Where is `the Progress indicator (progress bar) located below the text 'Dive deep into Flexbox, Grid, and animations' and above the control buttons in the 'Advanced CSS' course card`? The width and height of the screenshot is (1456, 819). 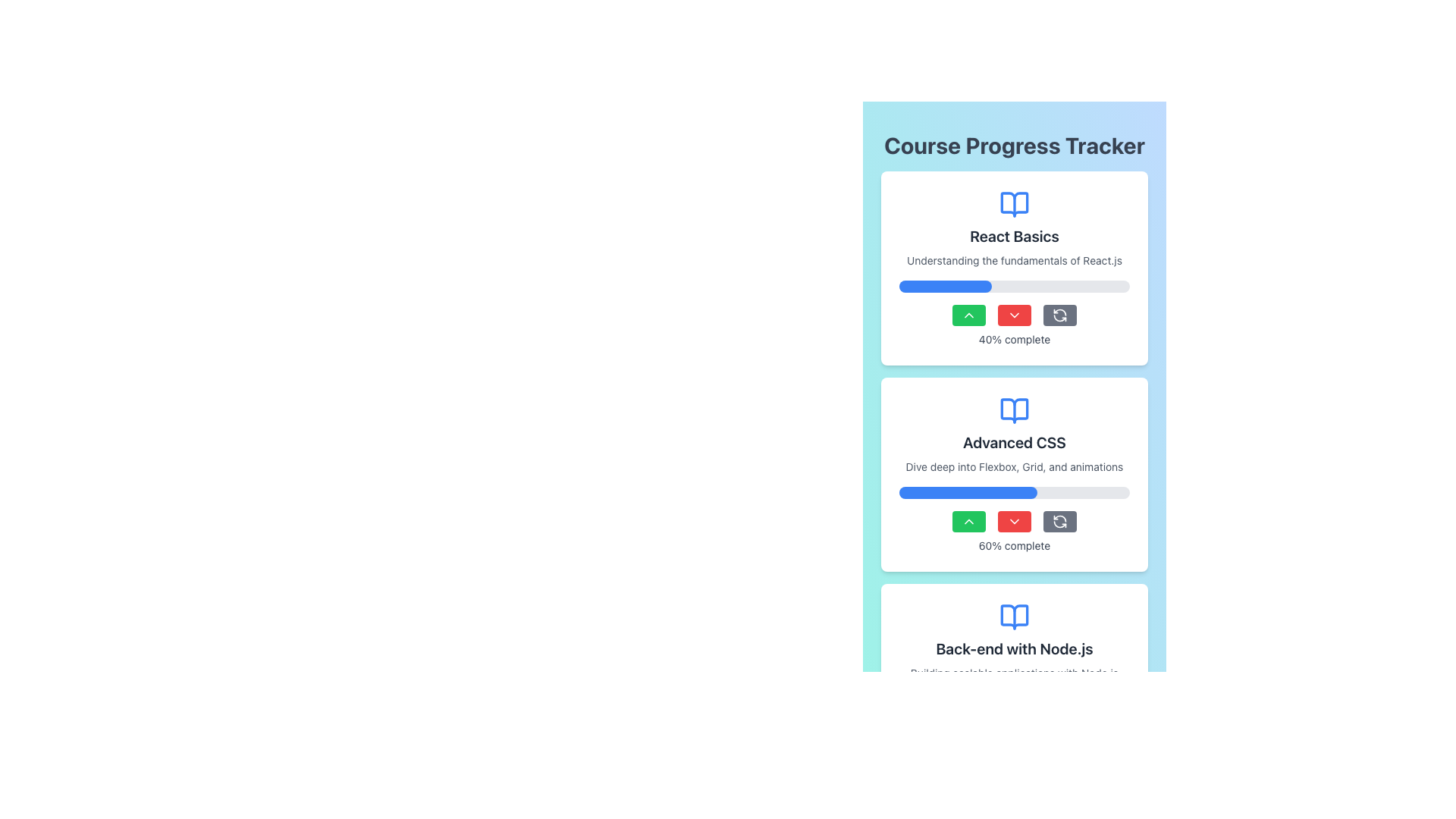 the Progress indicator (progress bar) located below the text 'Dive deep into Flexbox, Grid, and animations' and above the control buttons in the 'Advanced CSS' course card is located at coordinates (1015, 493).